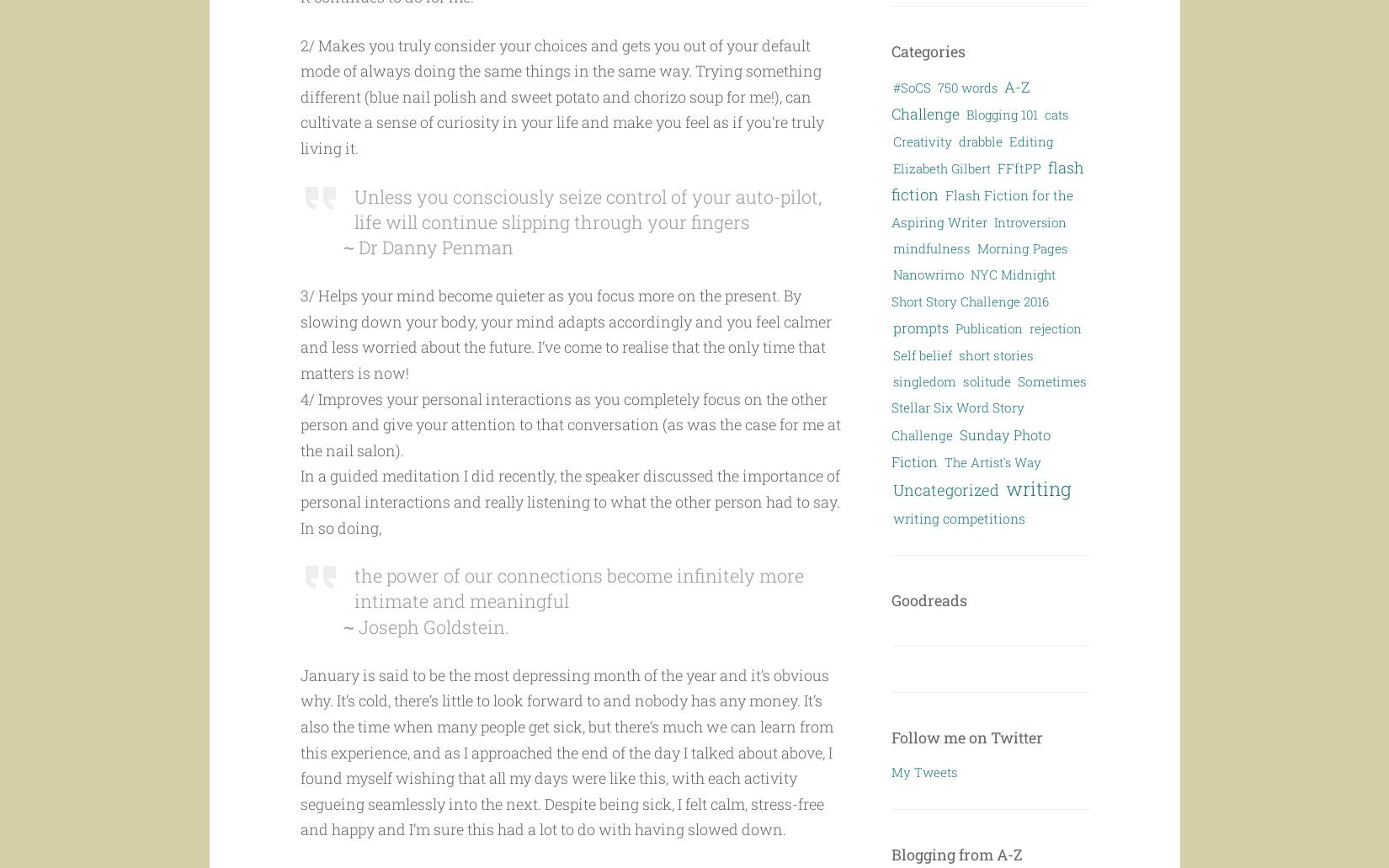  Describe the element at coordinates (1031, 140) in the screenshot. I see `'Editing'` at that location.